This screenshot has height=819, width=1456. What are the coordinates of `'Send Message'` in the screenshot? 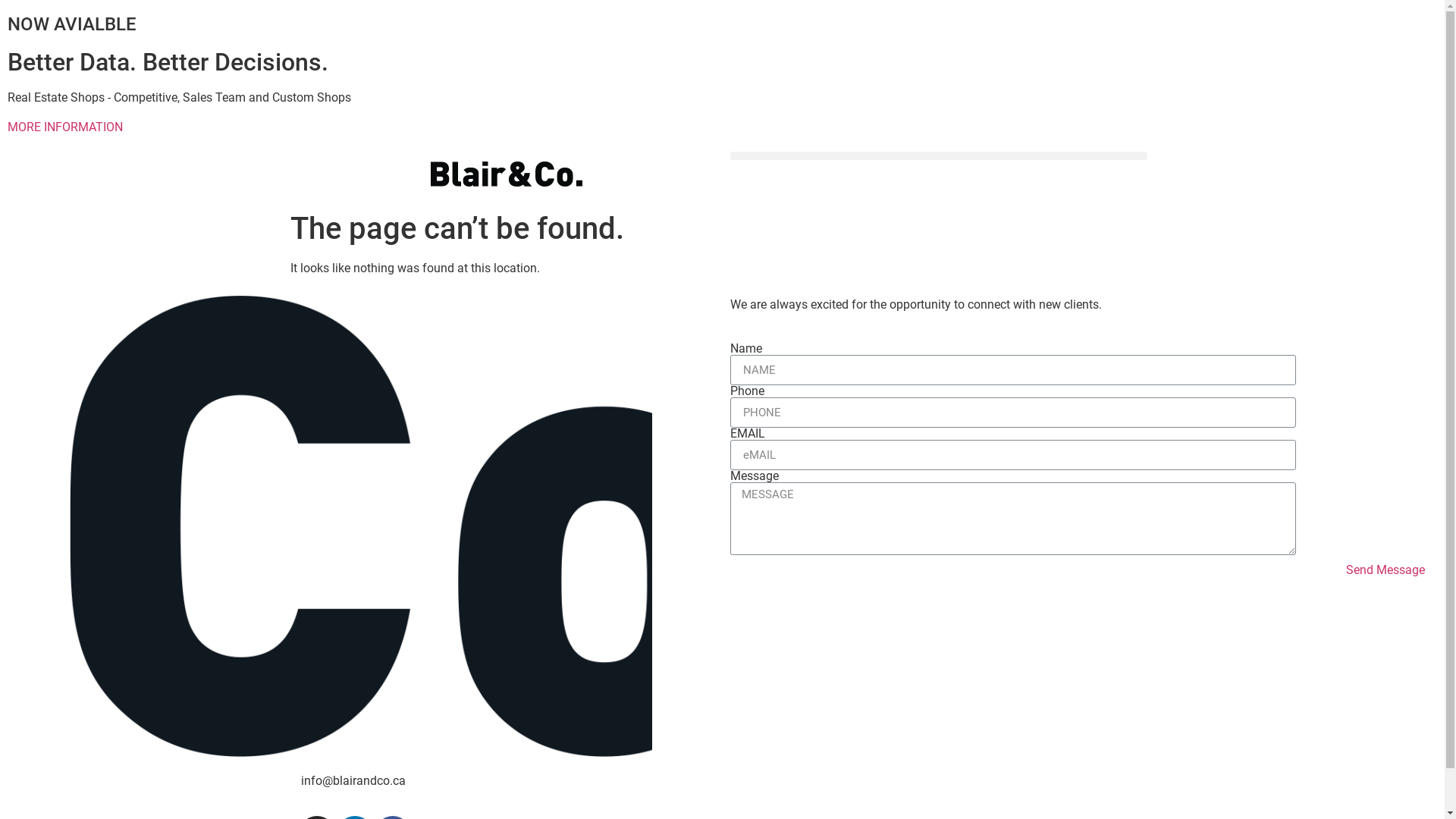 It's located at (1385, 570).